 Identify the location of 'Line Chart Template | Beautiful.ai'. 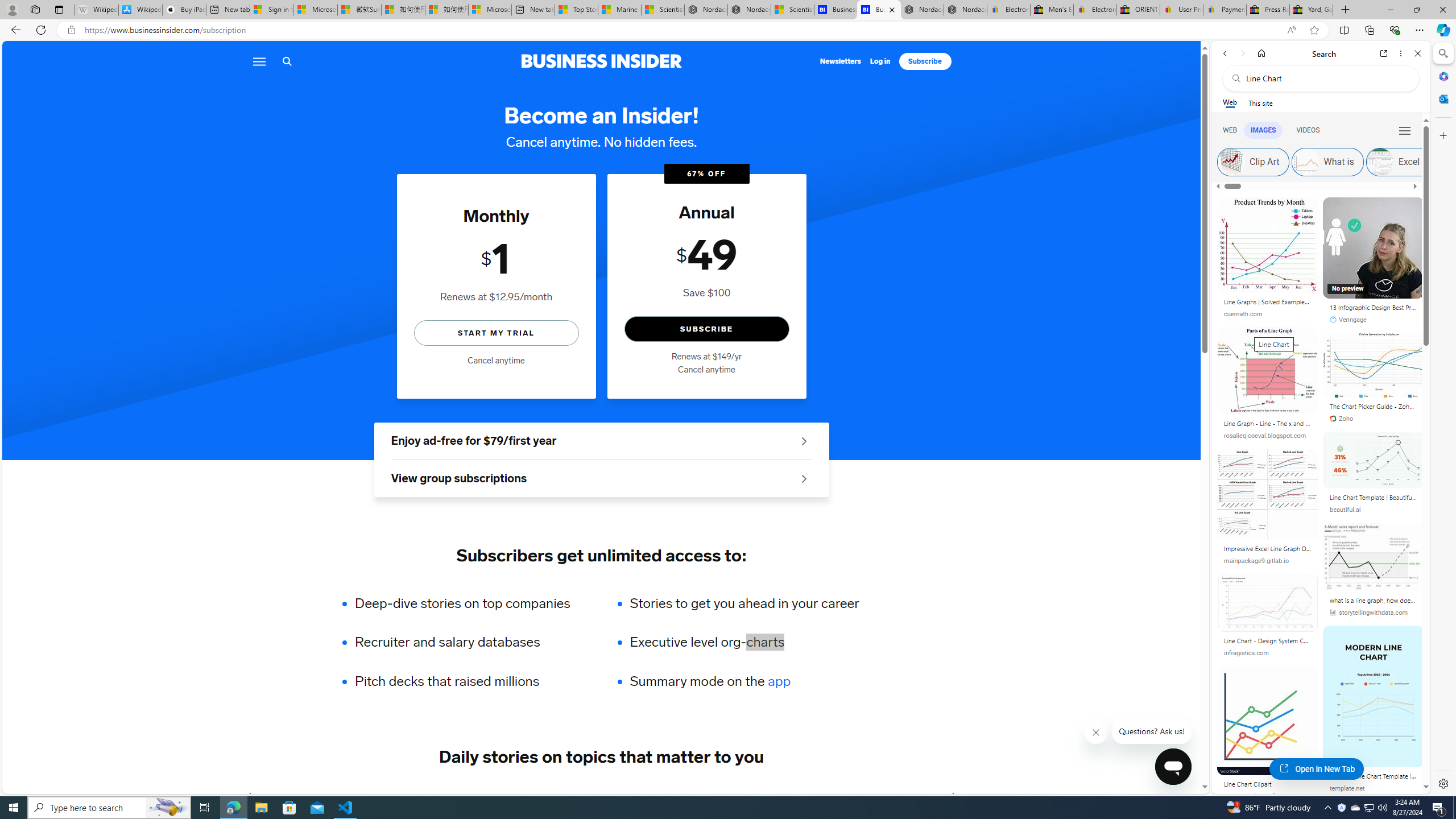
(1372, 499).